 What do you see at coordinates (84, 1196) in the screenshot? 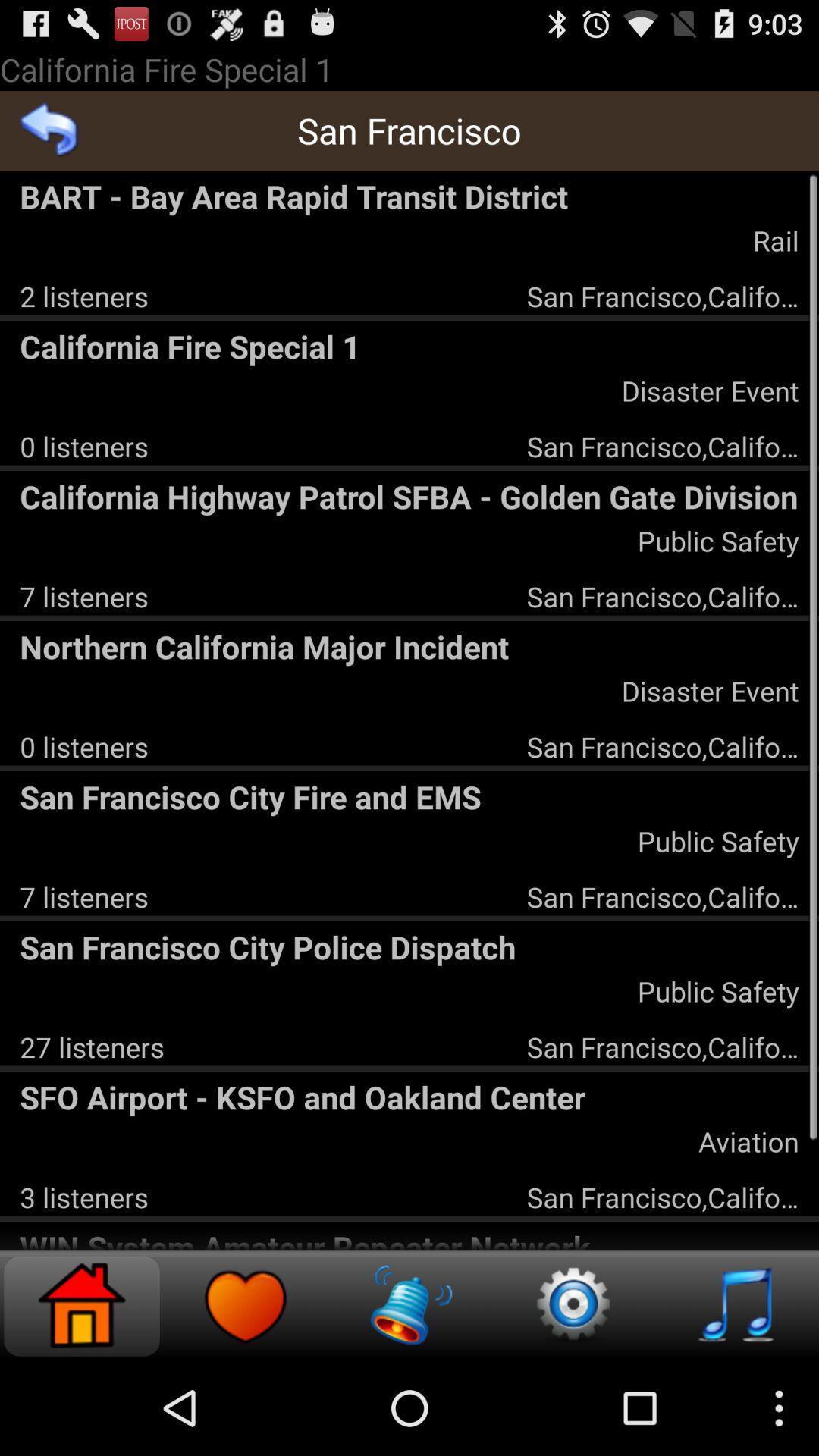
I see `item above win system amateur icon` at bounding box center [84, 1196].